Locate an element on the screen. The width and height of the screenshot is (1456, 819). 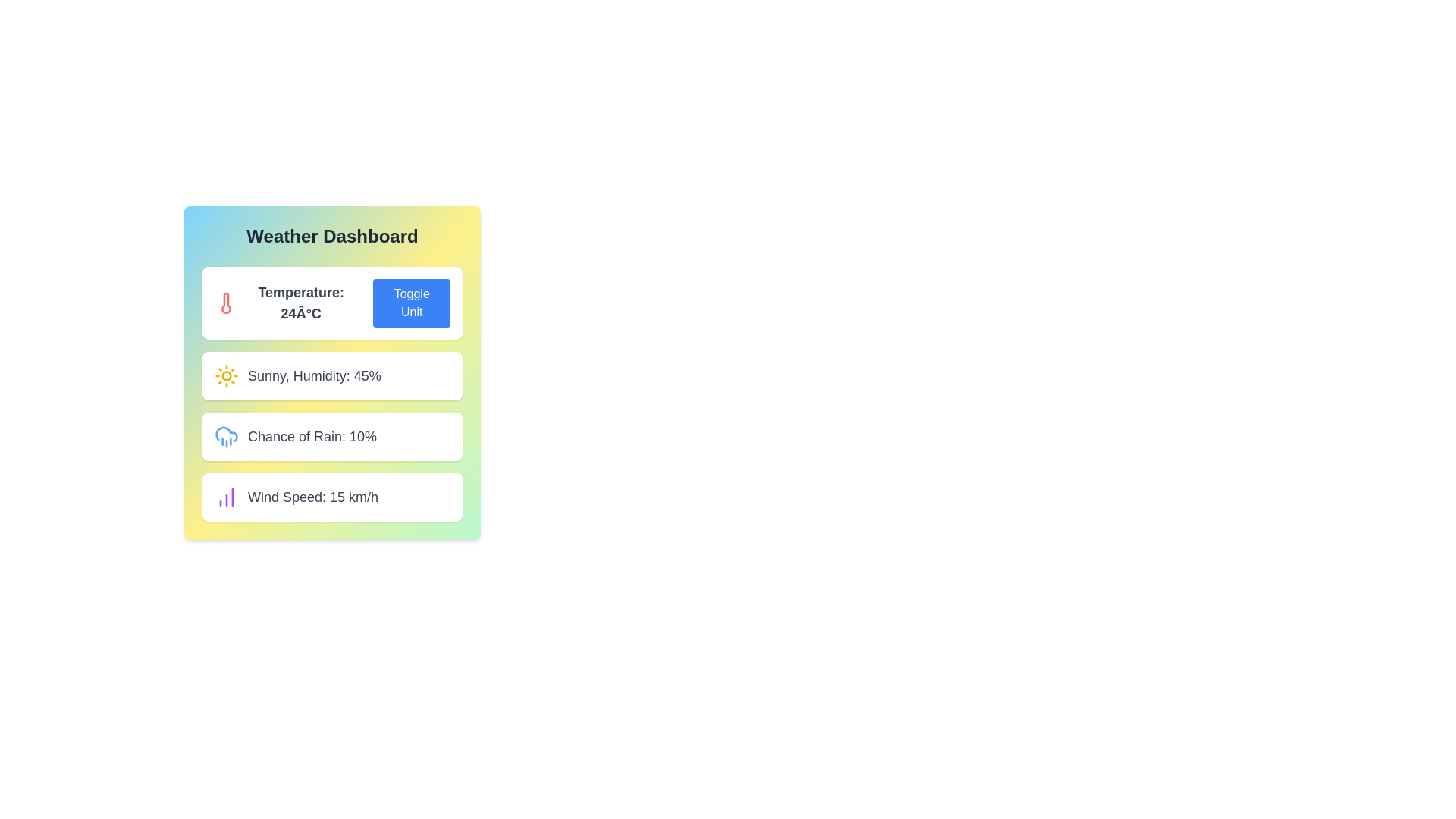
the text label displaying 'Temperature: 24Â°C', which is bold and dark gray, located between a red thermometer icon and a blue button labeled 'Toggle Unit' in the upper section of a weather dashboard is located at coordinates (301, 303).